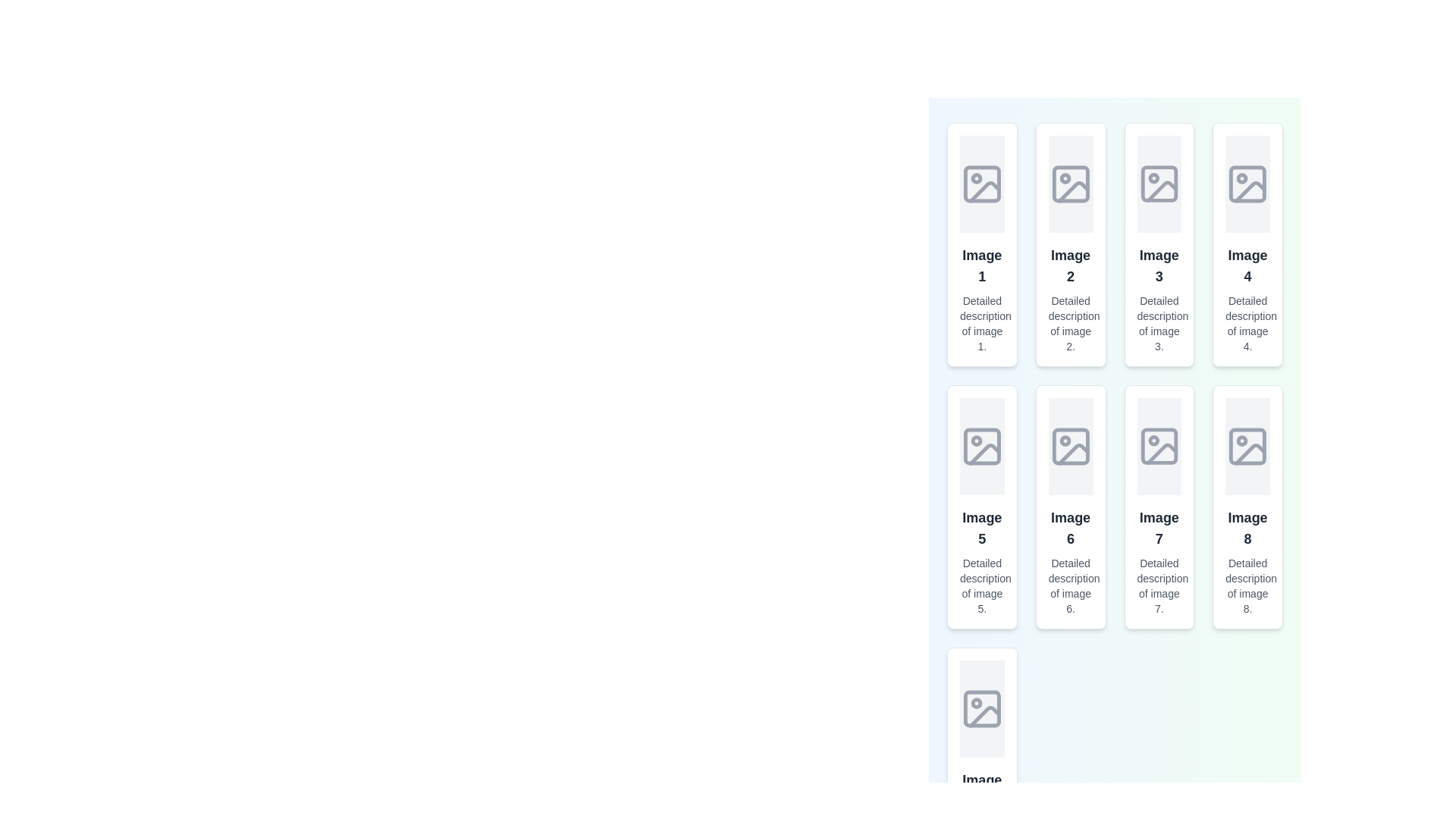  I want to click on on the sixth card in the gallery layout, so click(1069, 507).